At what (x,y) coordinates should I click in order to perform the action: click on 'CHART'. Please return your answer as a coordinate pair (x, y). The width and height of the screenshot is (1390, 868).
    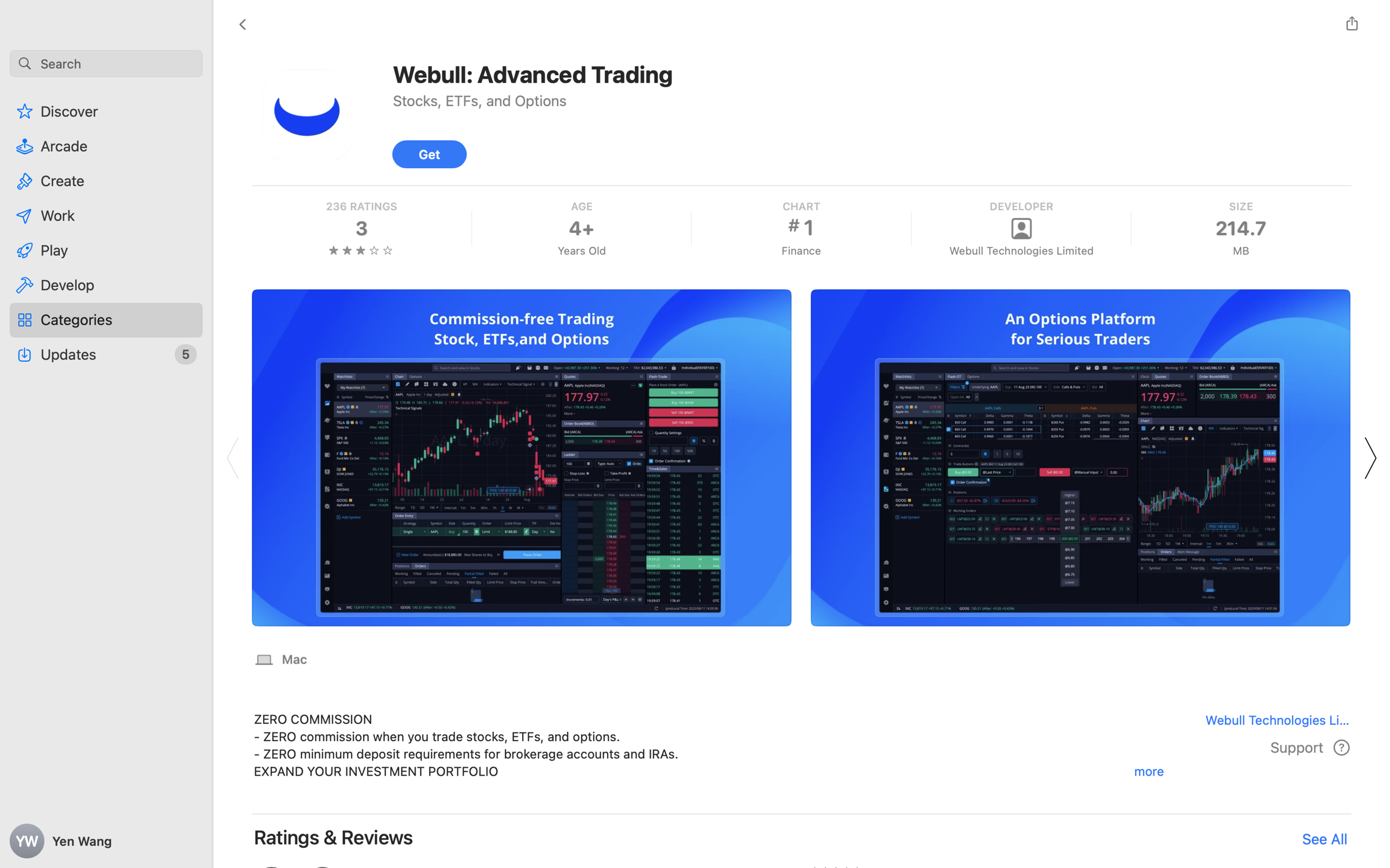
    Looking at the image, I should click on (800, 206).